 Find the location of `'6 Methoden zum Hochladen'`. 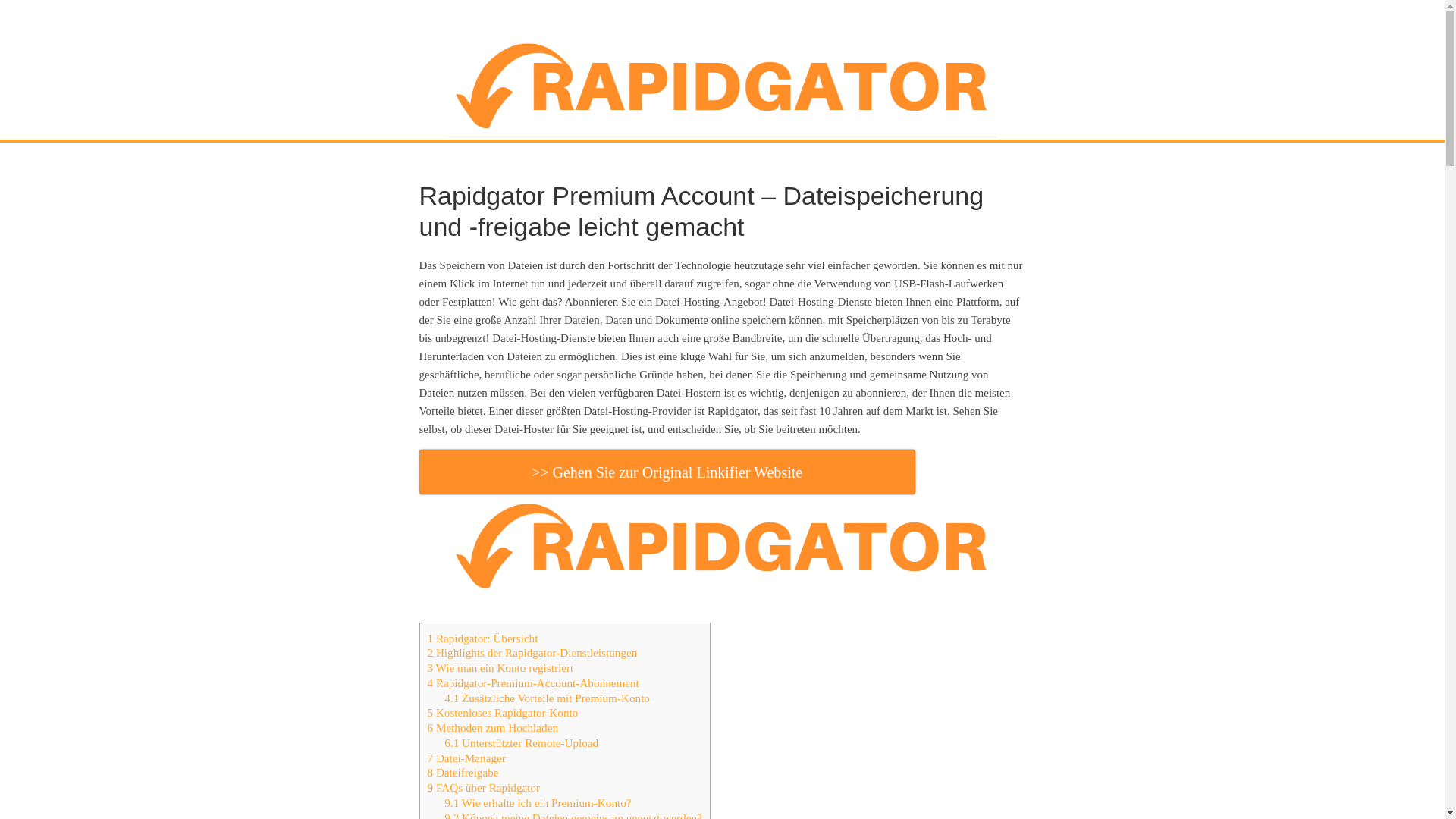

'6 Methoden zum Hochladen' is located at coordinates (493, 726).